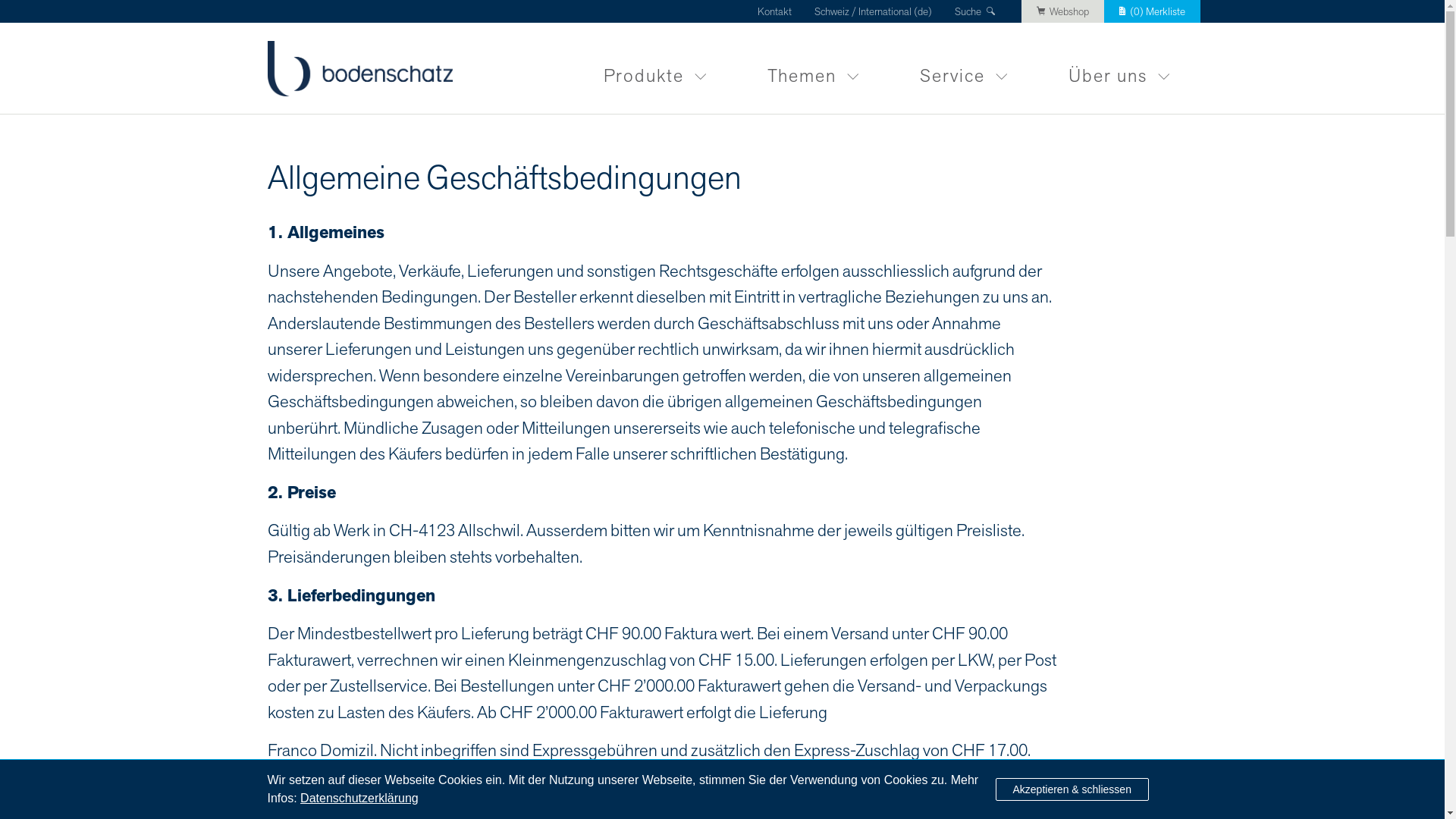  I want to click on 'Webshop', so click(1062, 11).